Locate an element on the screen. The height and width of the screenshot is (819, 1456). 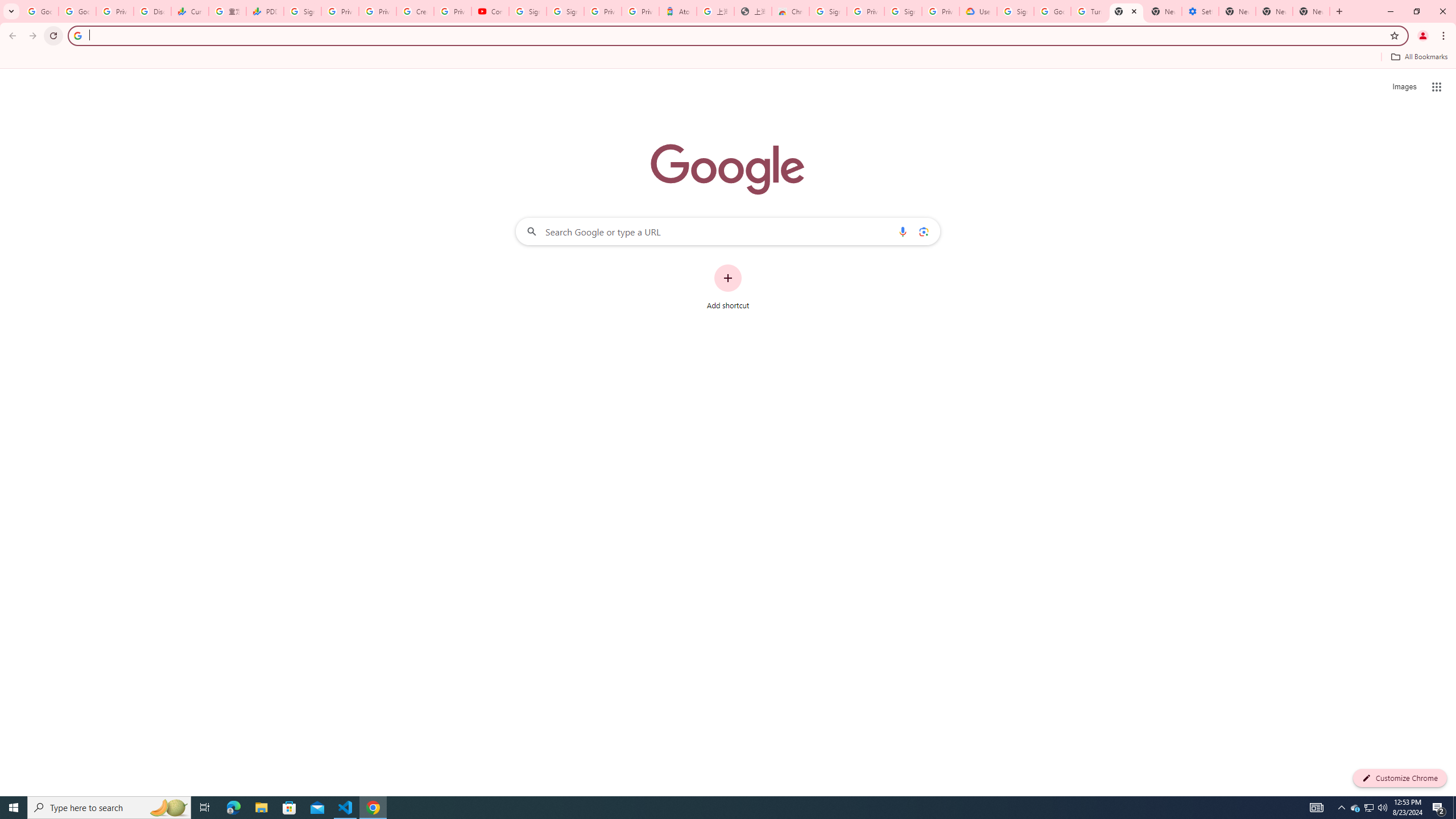
'Chrome Web Store - Color themes by Chrome' is located at coordinates (791, 11).